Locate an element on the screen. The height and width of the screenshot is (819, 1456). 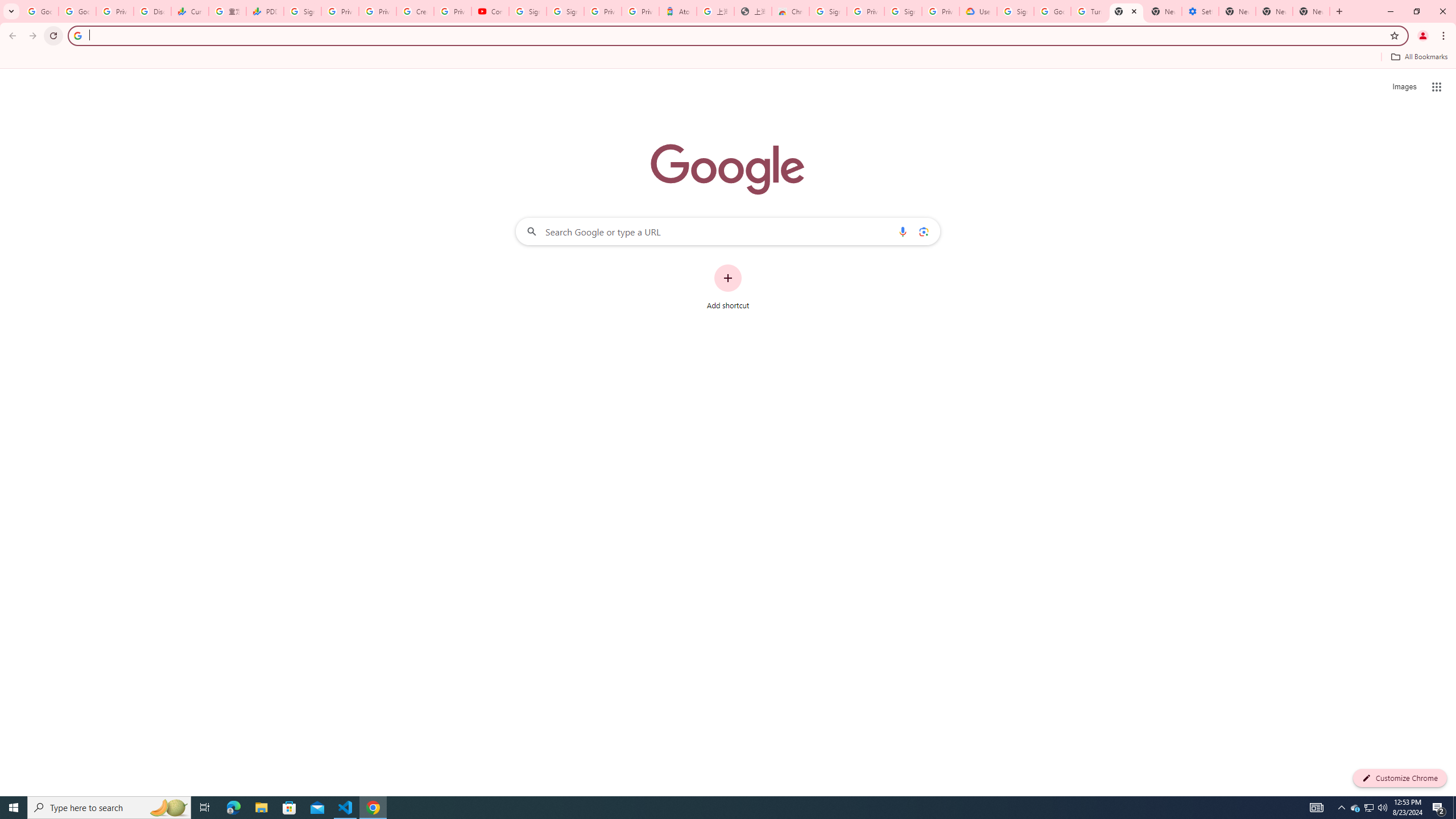
'Chrome Web Store - Color themes by Chrome' is located at coordinates (791, 11).